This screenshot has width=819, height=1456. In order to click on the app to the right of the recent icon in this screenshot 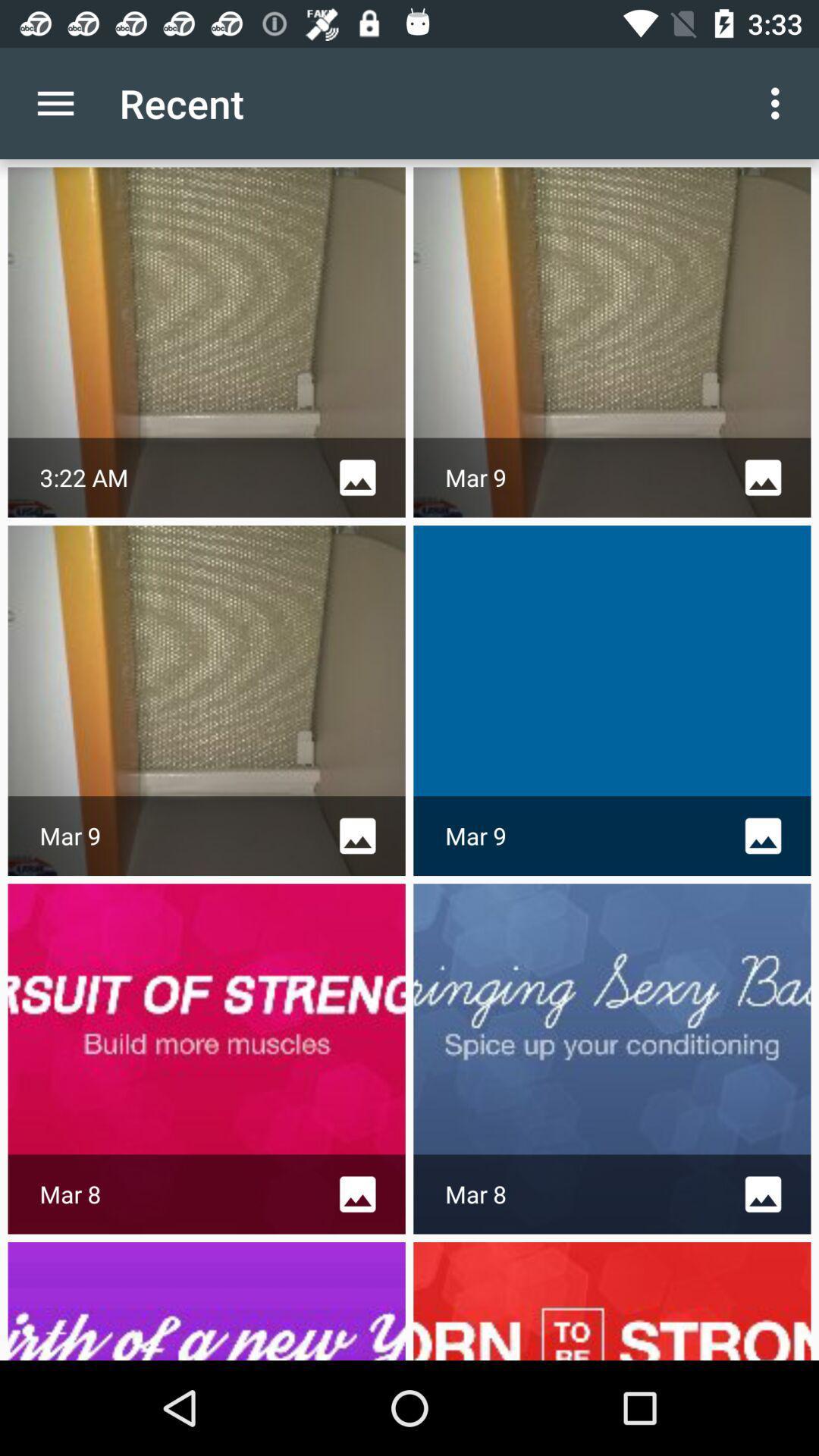, I will do `click(779, 102)`.